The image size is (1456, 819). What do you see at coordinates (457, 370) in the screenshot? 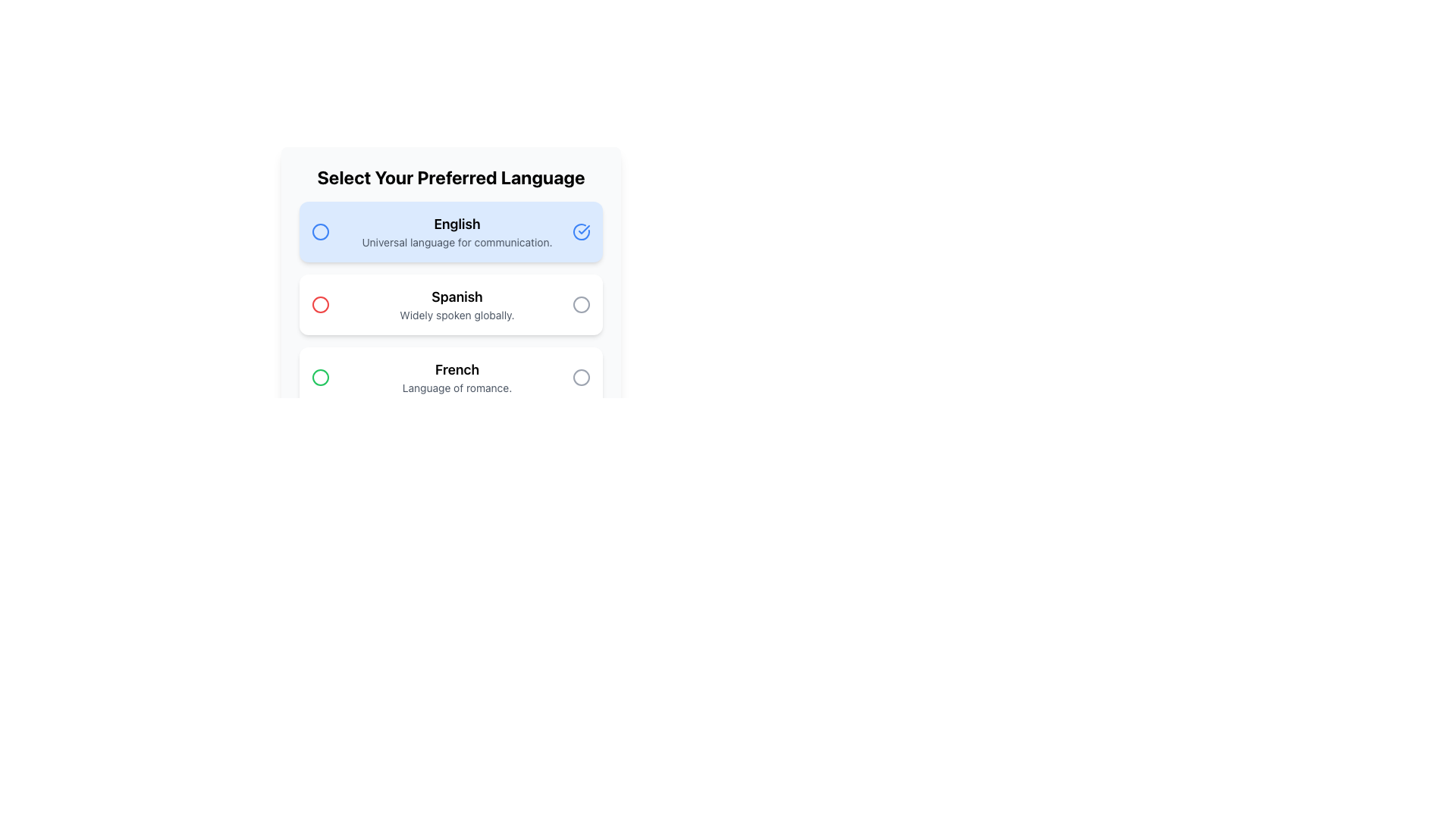
I see `the text label displaying 'French', which is prominently styled as a header in the 'Select Your Preferred Language' section` at bounding box center [457, 370].